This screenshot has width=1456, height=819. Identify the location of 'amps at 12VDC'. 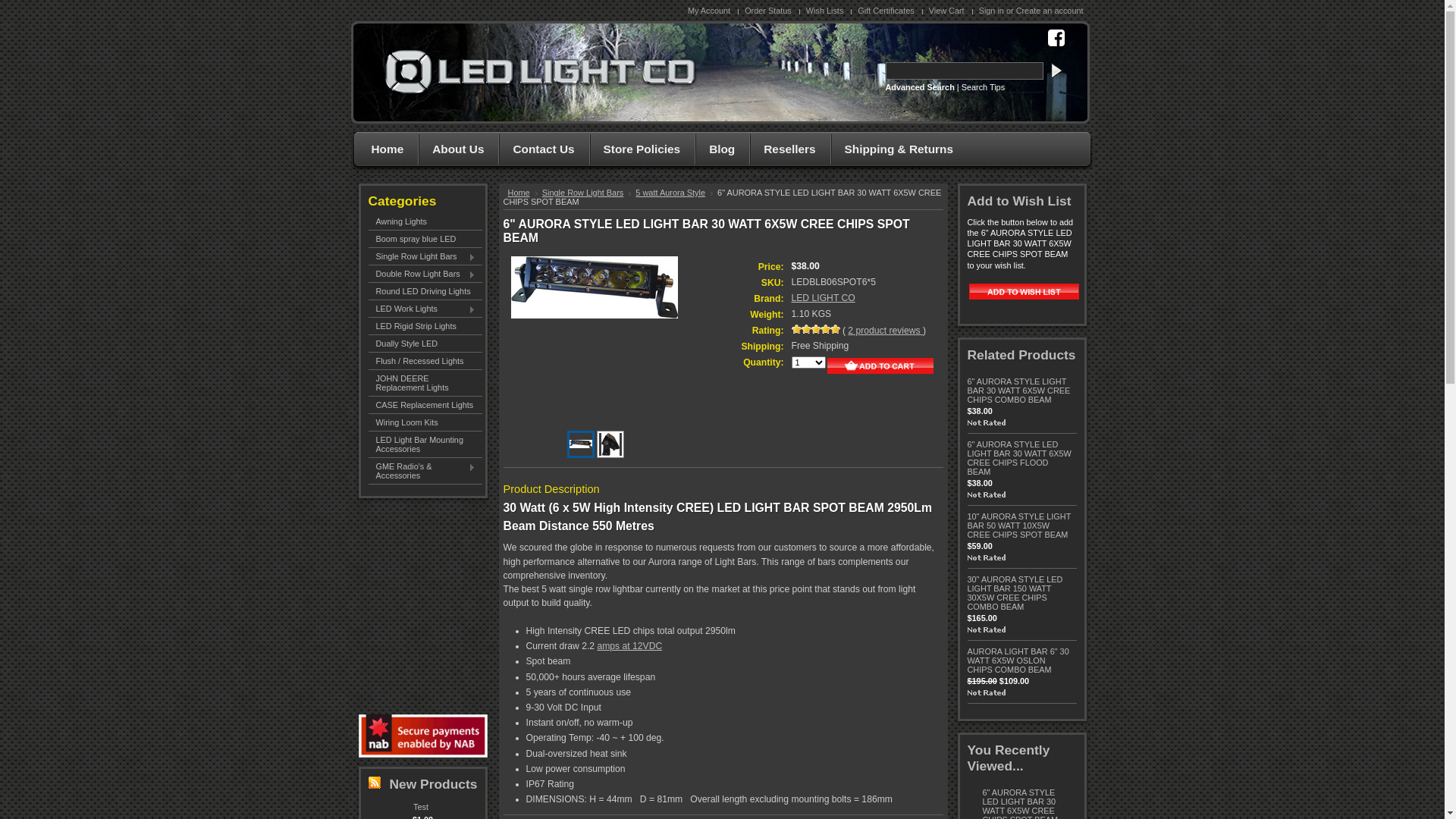
(629, 646).